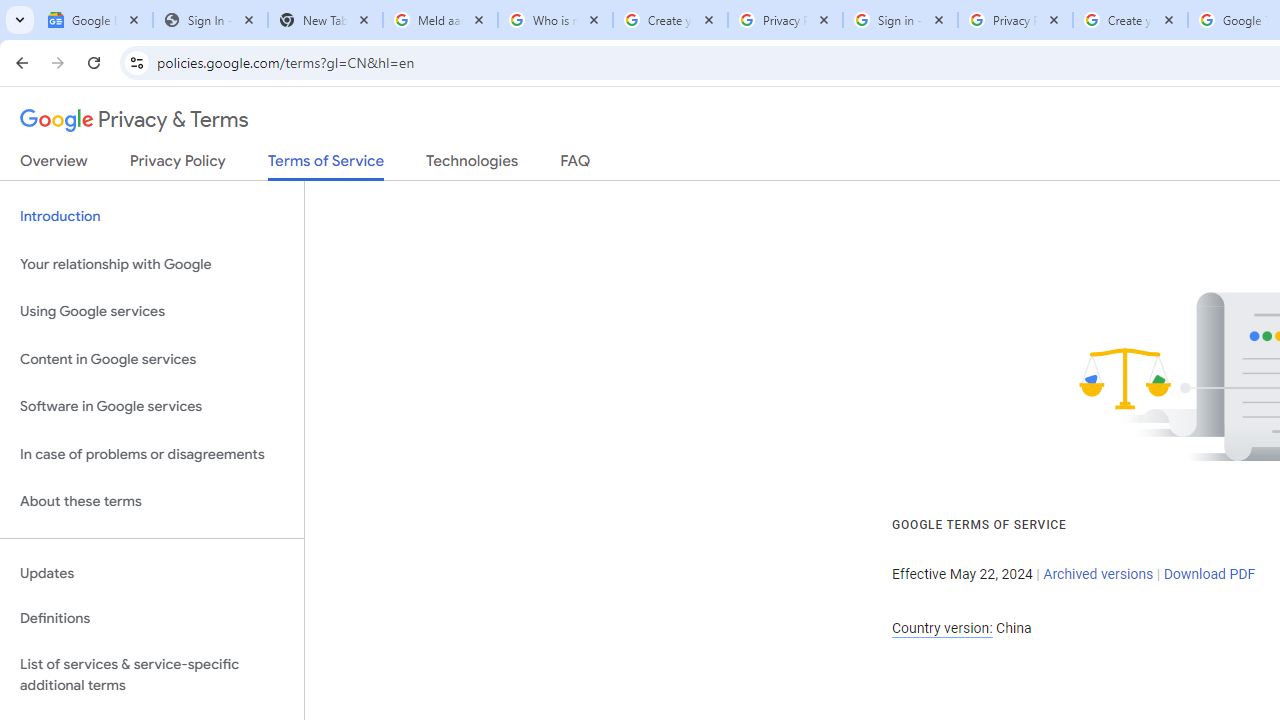  Describe the element at coordinates (151, 406) in the screenshot. I see `'Software in Google services'` at that location.